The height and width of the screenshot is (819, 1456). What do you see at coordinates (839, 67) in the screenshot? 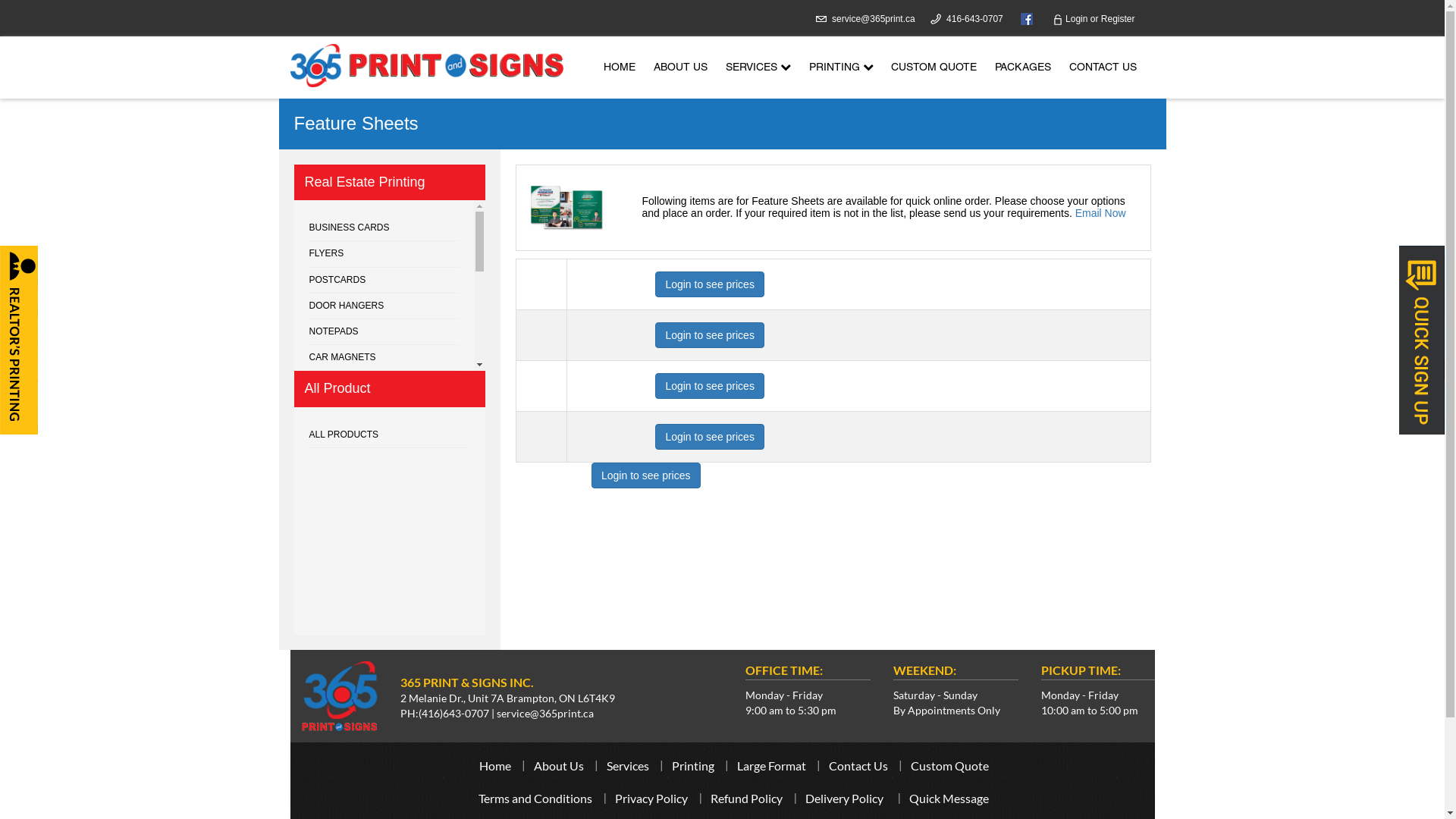
I see `'PRINTING'` at bounding box center [839, 67].